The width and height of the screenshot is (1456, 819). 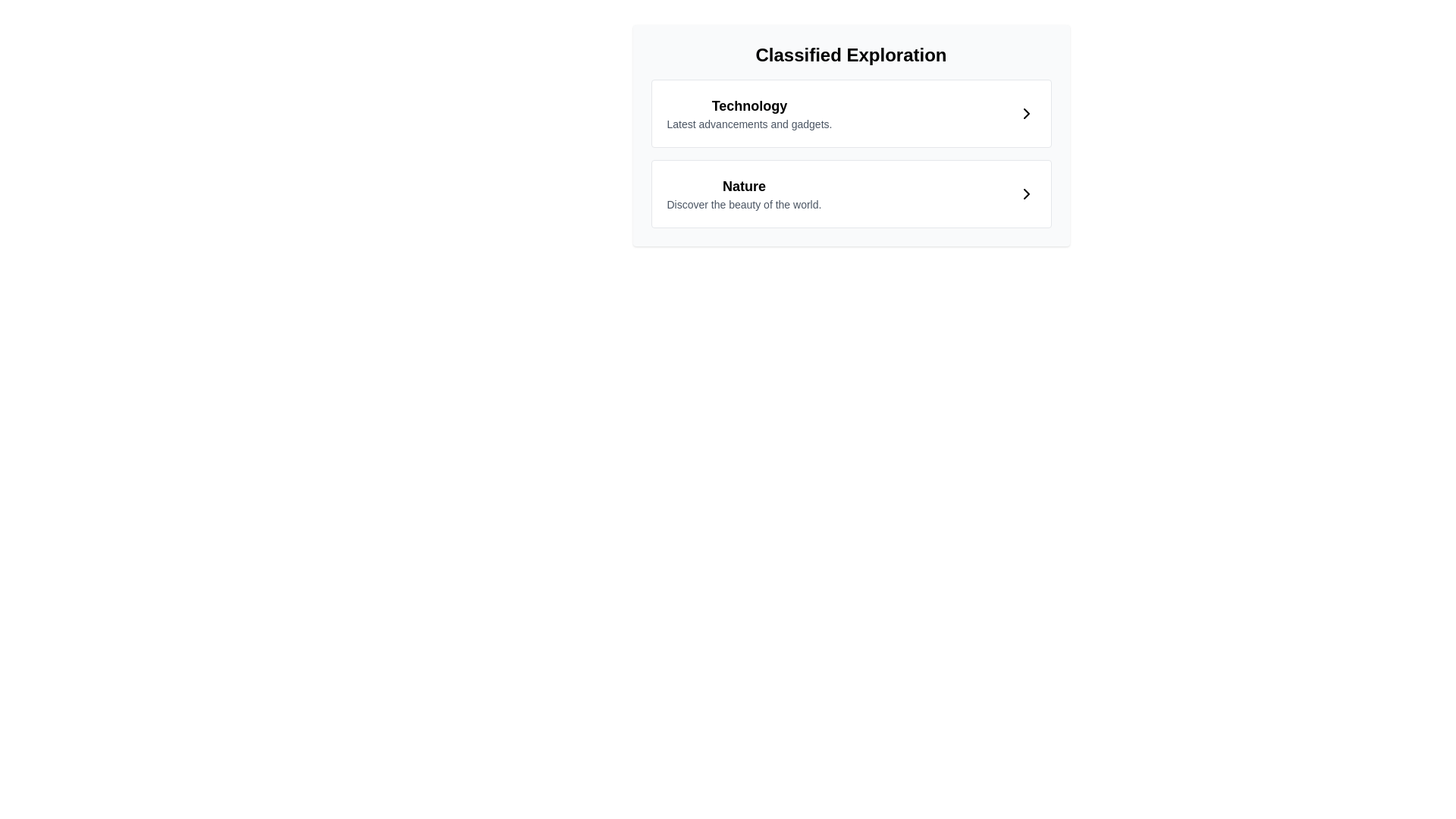 What do you see at coordinates (749, 124) in the screenshot?
I see `the text snippet reading 'Latest advancements and gadgets.' located below the 'Technology' heading` at bounding box center [749, 124].